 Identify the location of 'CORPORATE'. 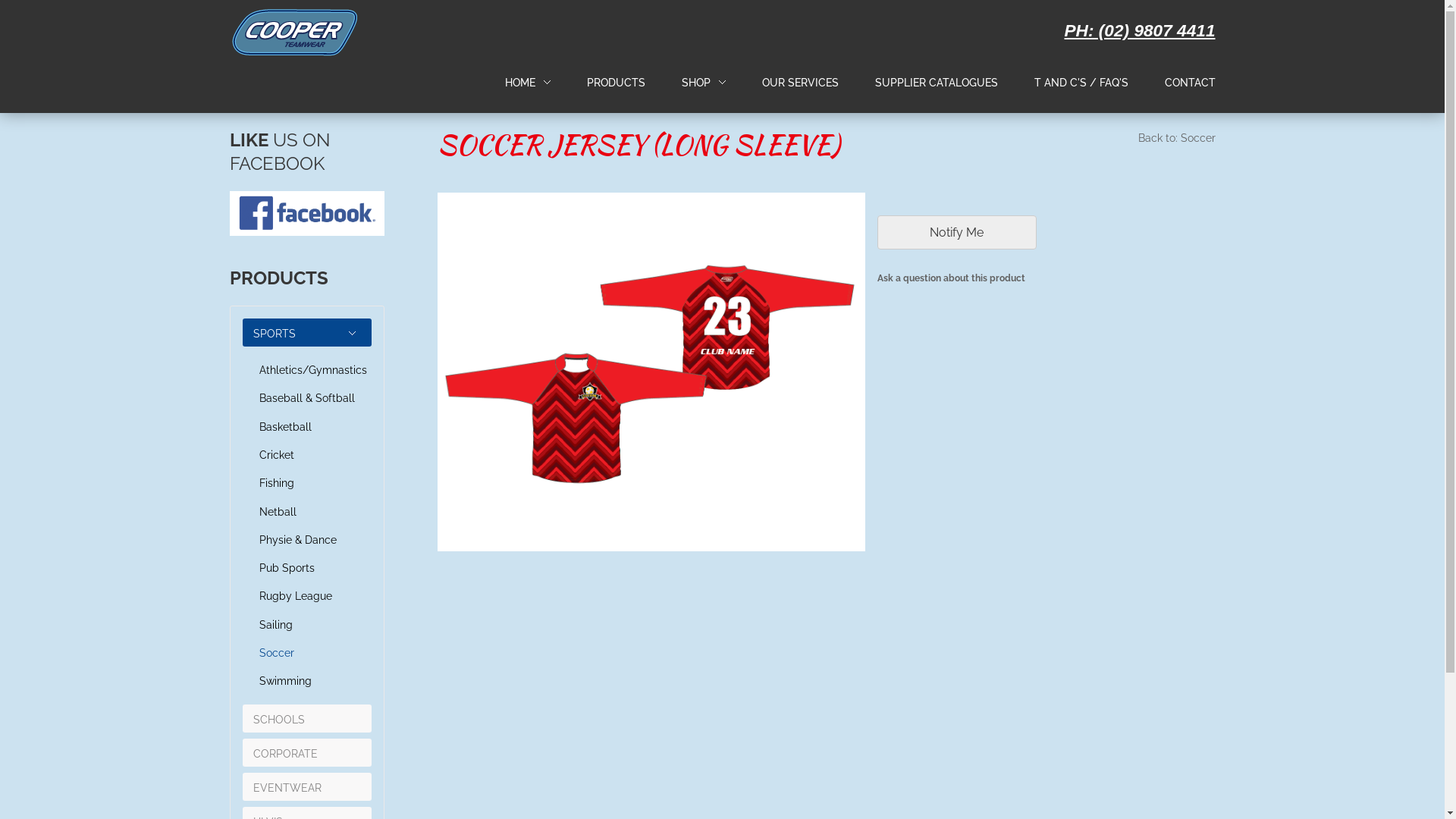
(285, 754).